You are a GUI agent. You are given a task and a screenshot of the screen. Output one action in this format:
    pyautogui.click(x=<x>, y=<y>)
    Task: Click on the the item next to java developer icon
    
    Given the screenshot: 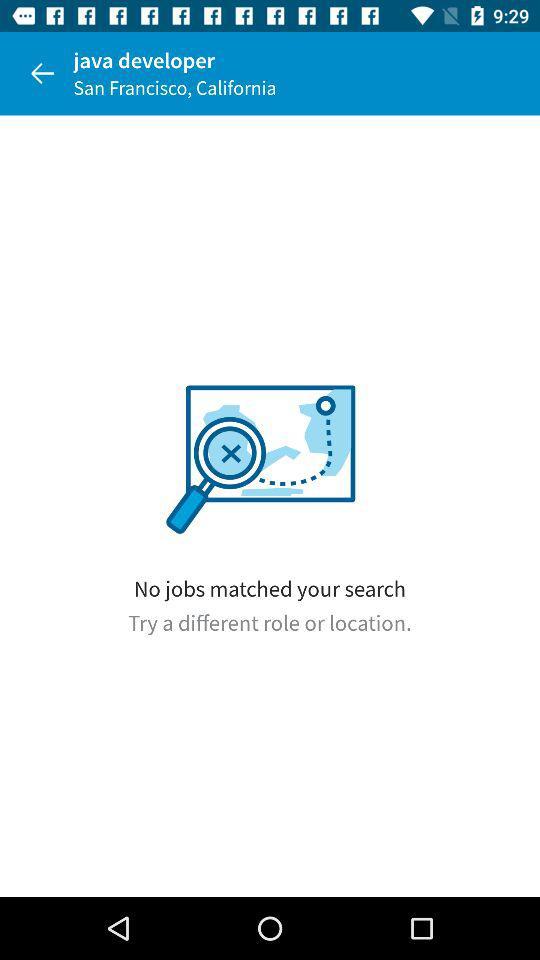 What is the action you would take?
    pyautogui.click(x=42, y=73)
    